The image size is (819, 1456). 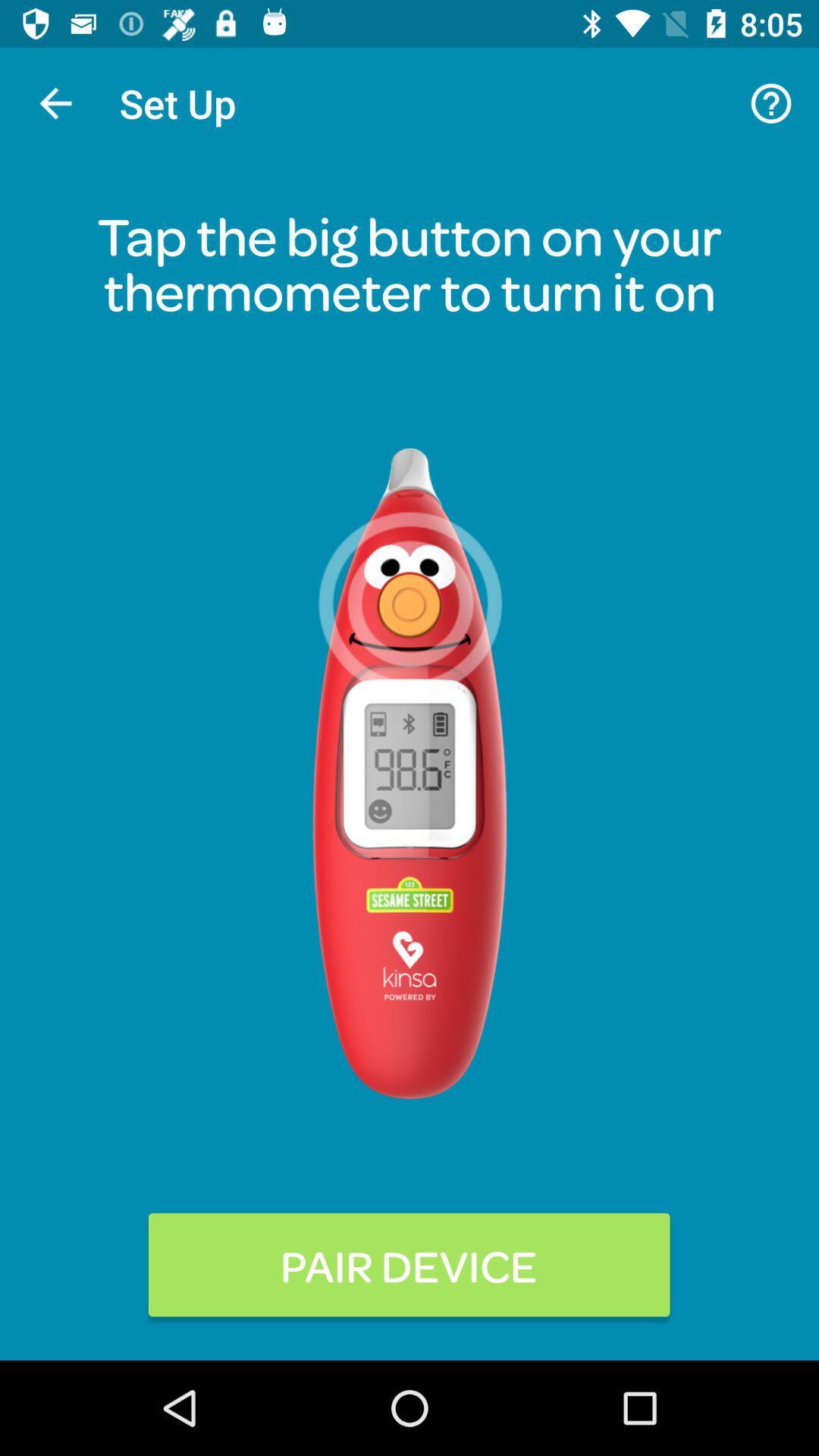 I want to click on pair device, so click(x=408, y=1265).